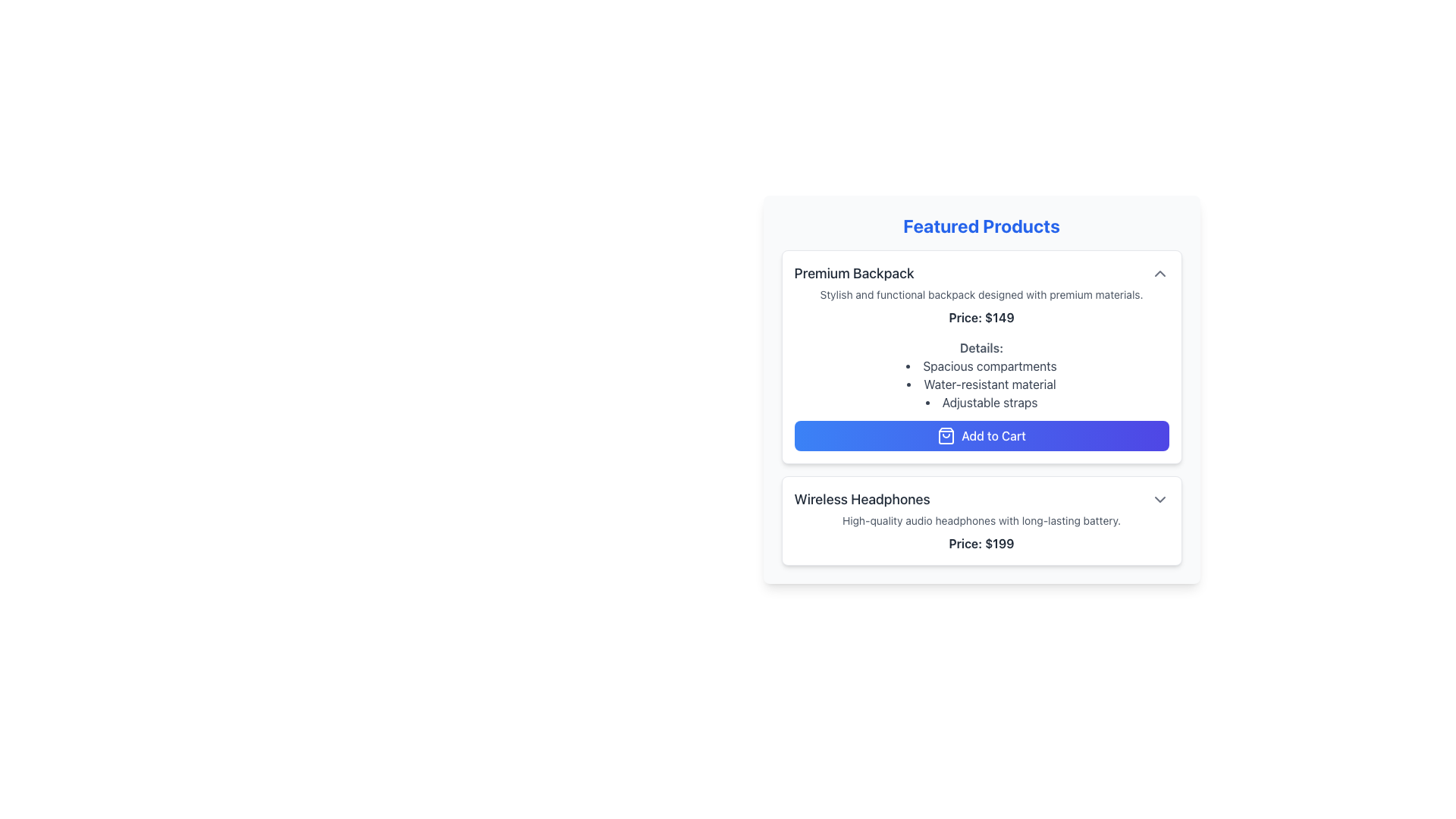  Describe the element at coordinates (981, 348) in the screenshot. I see `the Heading label that categorizes the product information for 'Premium Backpack', which is positioned below the price and above the features list` at that location.